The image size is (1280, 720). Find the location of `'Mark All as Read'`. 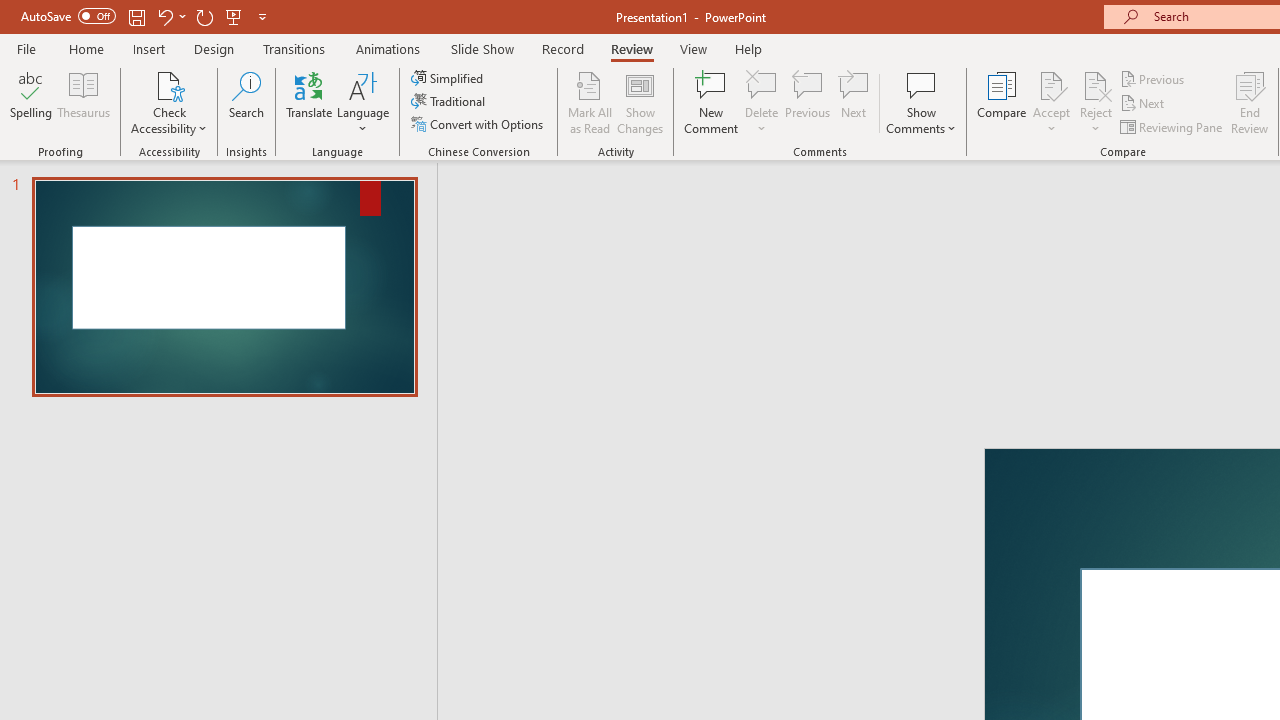

'Mark All as Read' is located at coordinates (589, 103).